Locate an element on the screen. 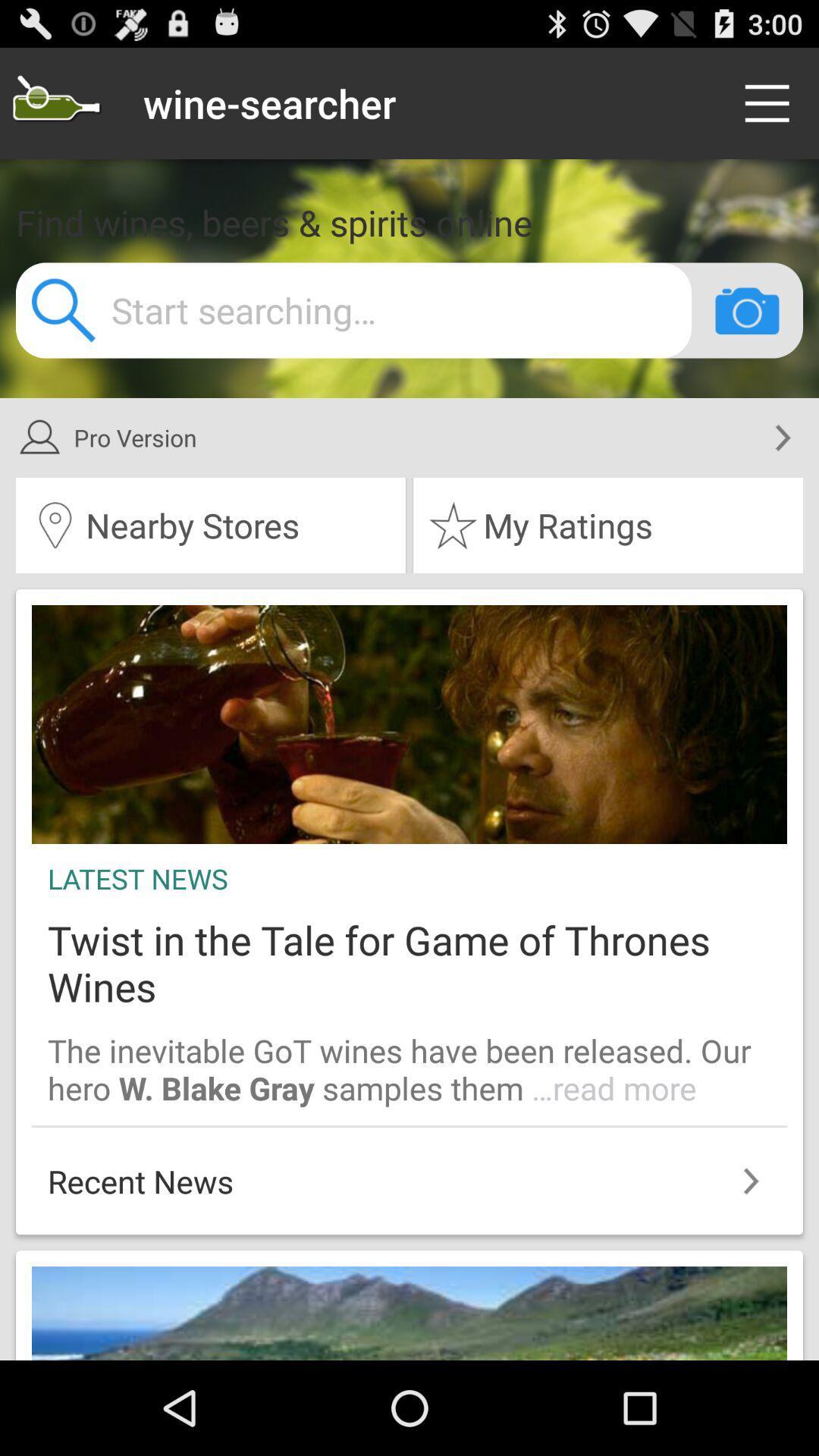 This screenshot has width=819, height=1456. the icon below pro version item is located at coordinates (607, 525).